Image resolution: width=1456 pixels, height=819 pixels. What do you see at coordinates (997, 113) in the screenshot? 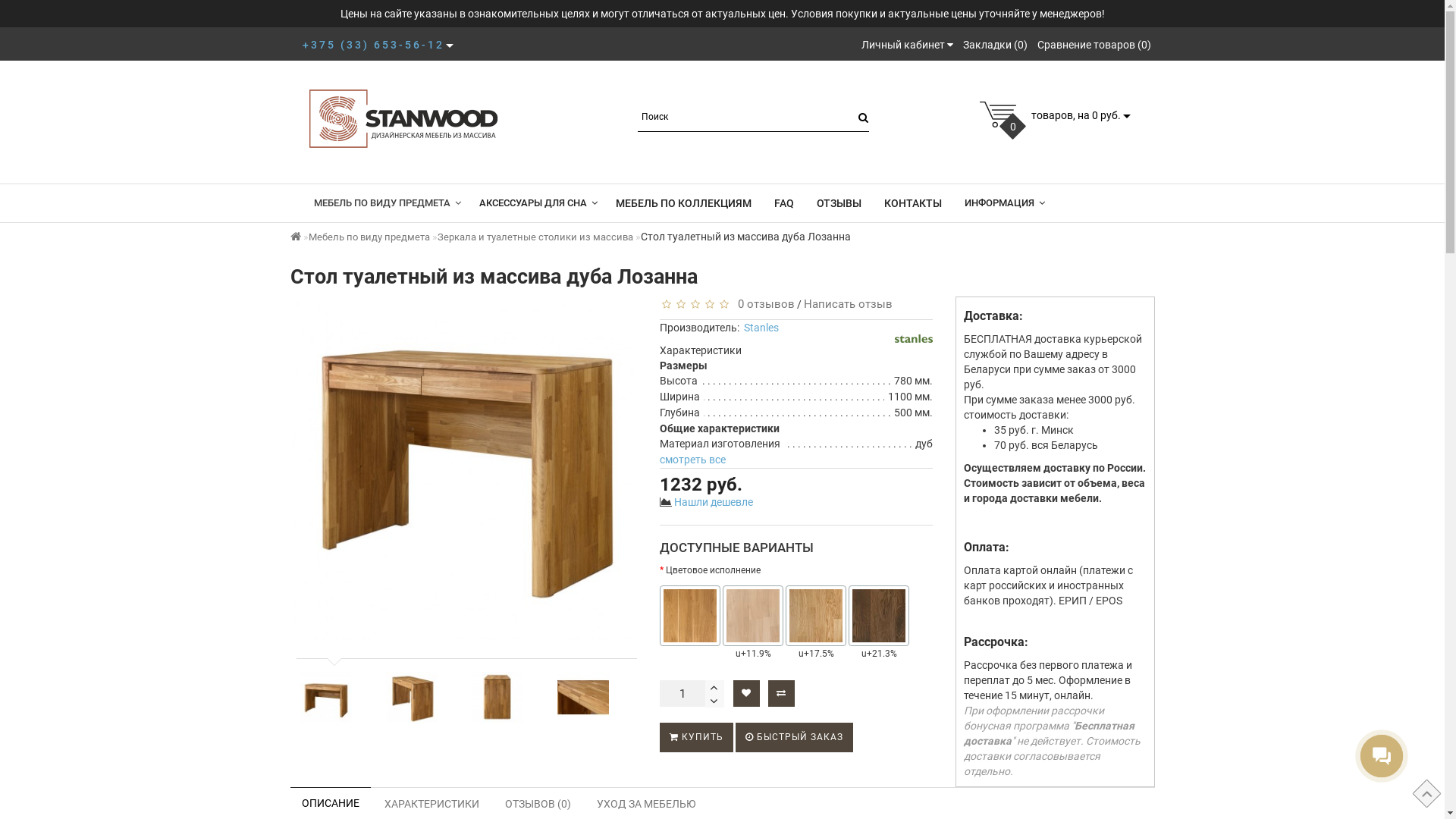
I see `'cart'` at bounding box center [997, 113].